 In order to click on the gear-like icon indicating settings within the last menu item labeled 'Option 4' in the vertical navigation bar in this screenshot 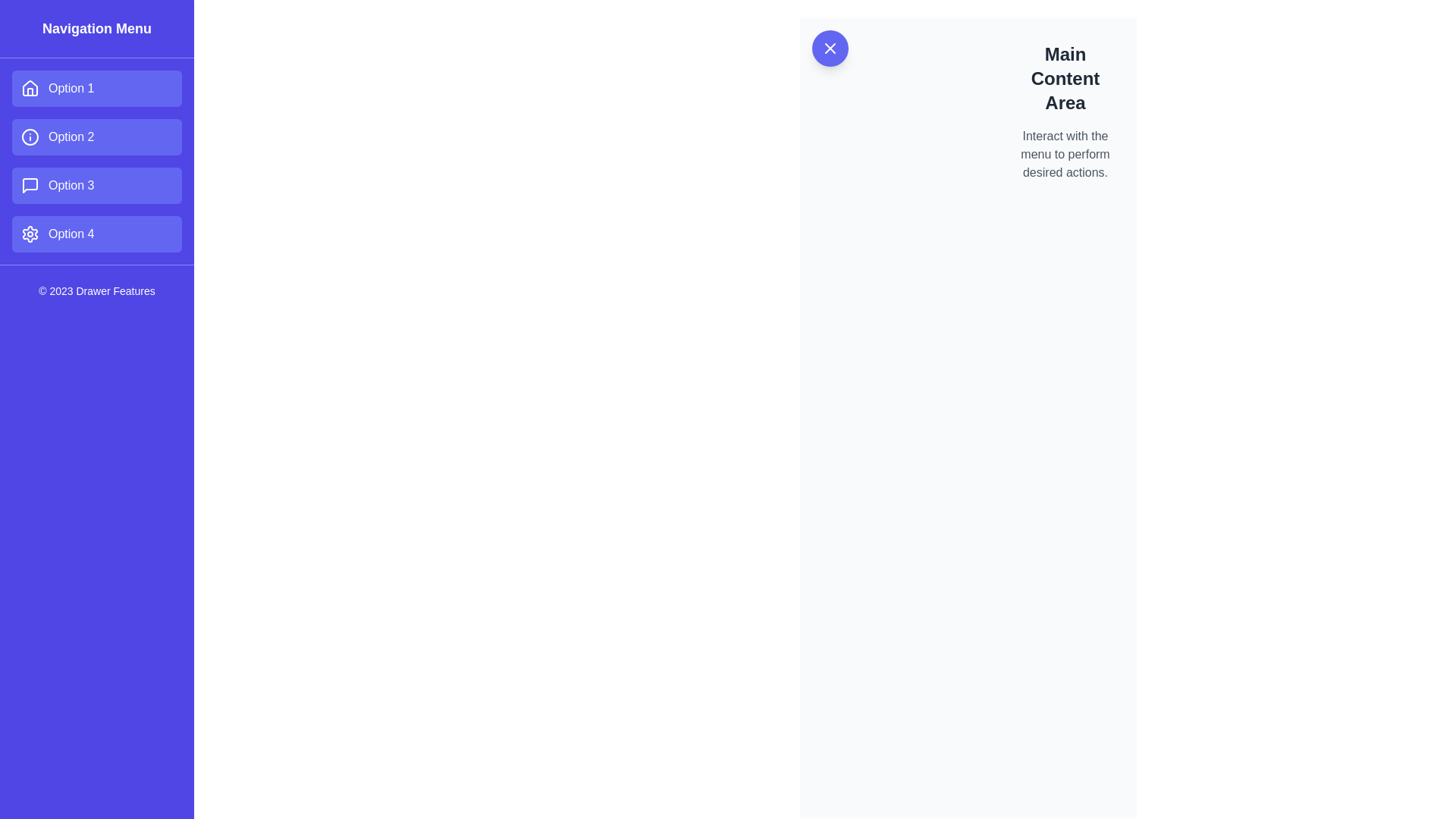, I will do `click(30, 234)`.